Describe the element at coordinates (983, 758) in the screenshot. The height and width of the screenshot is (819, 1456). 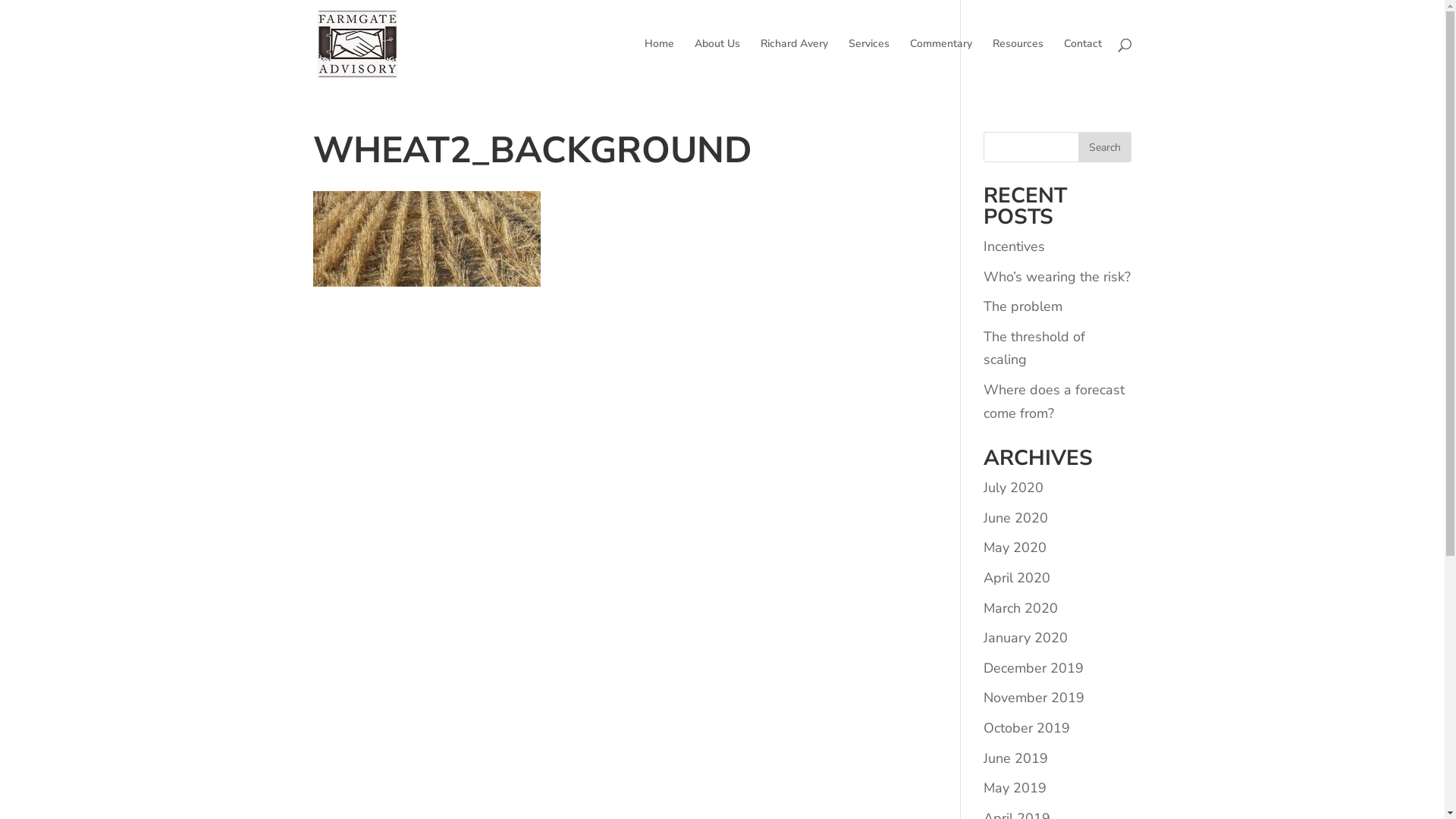
I see `'June 2019'` at that location.